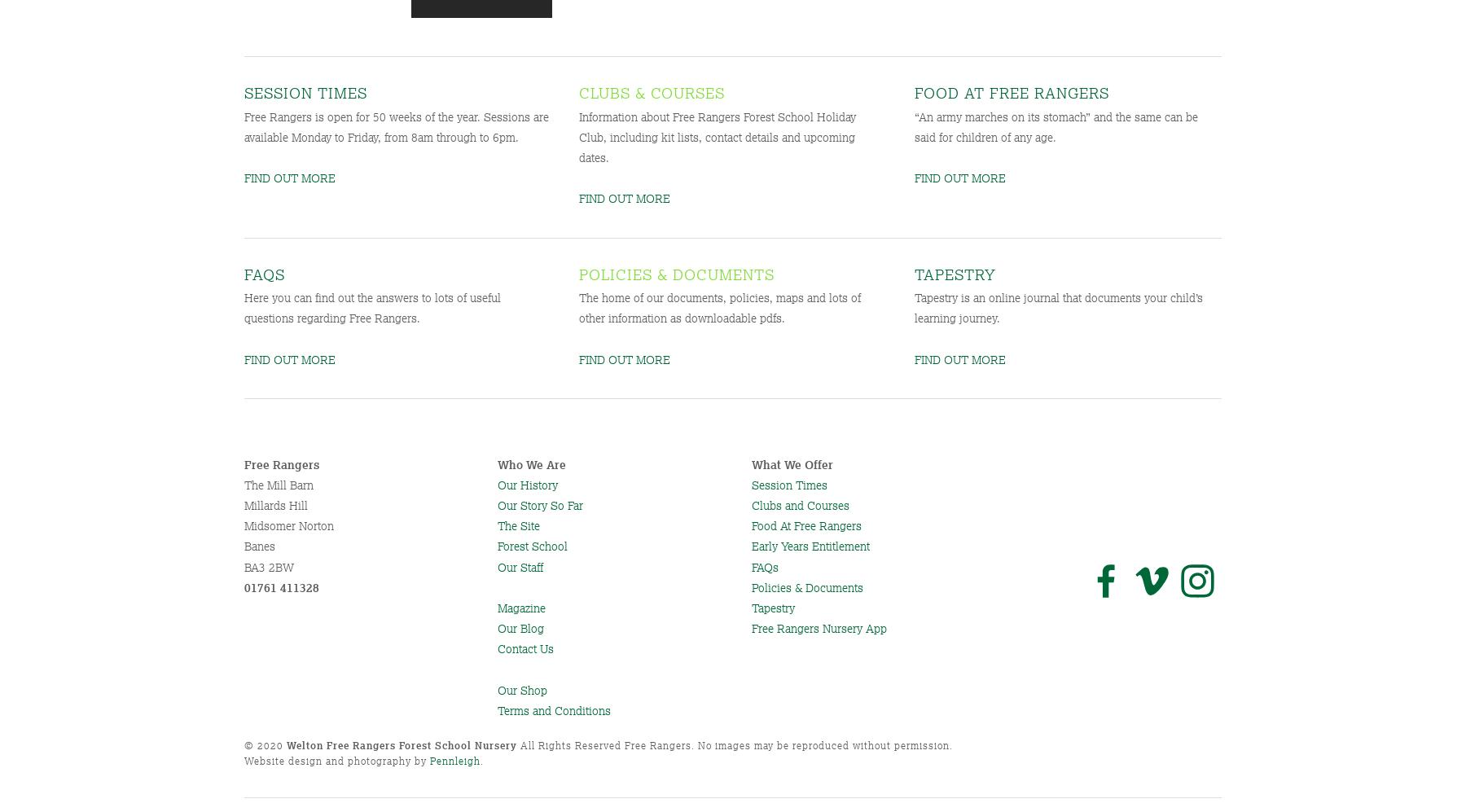 Image resolution: width=1466 pixels, height=812 pixels. I want to click on 'Terms and Conditions', so click(553, 709).